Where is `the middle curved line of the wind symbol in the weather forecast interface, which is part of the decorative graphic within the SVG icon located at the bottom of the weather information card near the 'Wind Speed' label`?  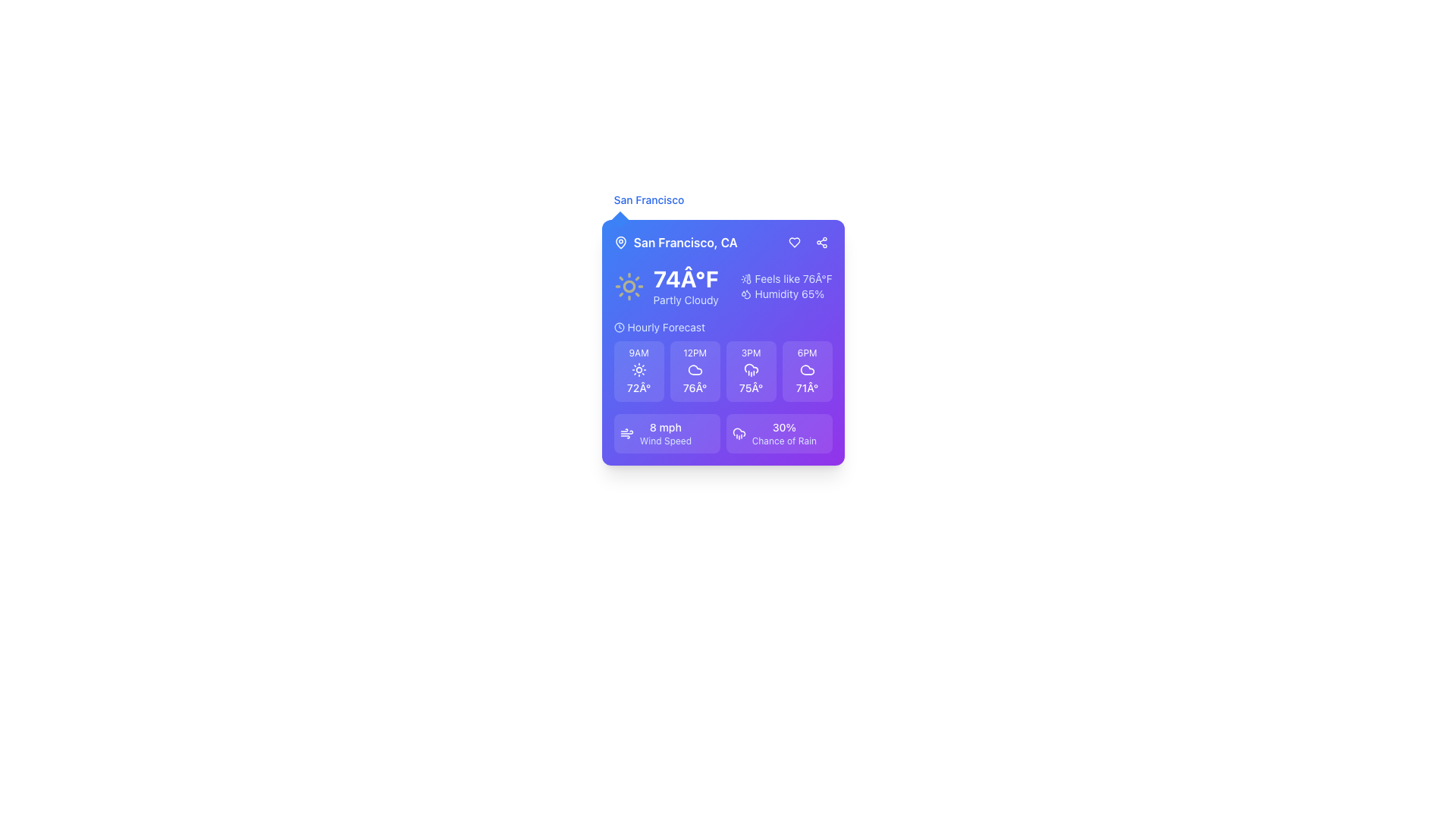
the middle curved line of the wind symbol in the weather forecast interface, which is part of the decorative graphic within the SVG icon located at the bottom of the weather information card near the 'Wind Speed' label is located at coordinates (626, 432).